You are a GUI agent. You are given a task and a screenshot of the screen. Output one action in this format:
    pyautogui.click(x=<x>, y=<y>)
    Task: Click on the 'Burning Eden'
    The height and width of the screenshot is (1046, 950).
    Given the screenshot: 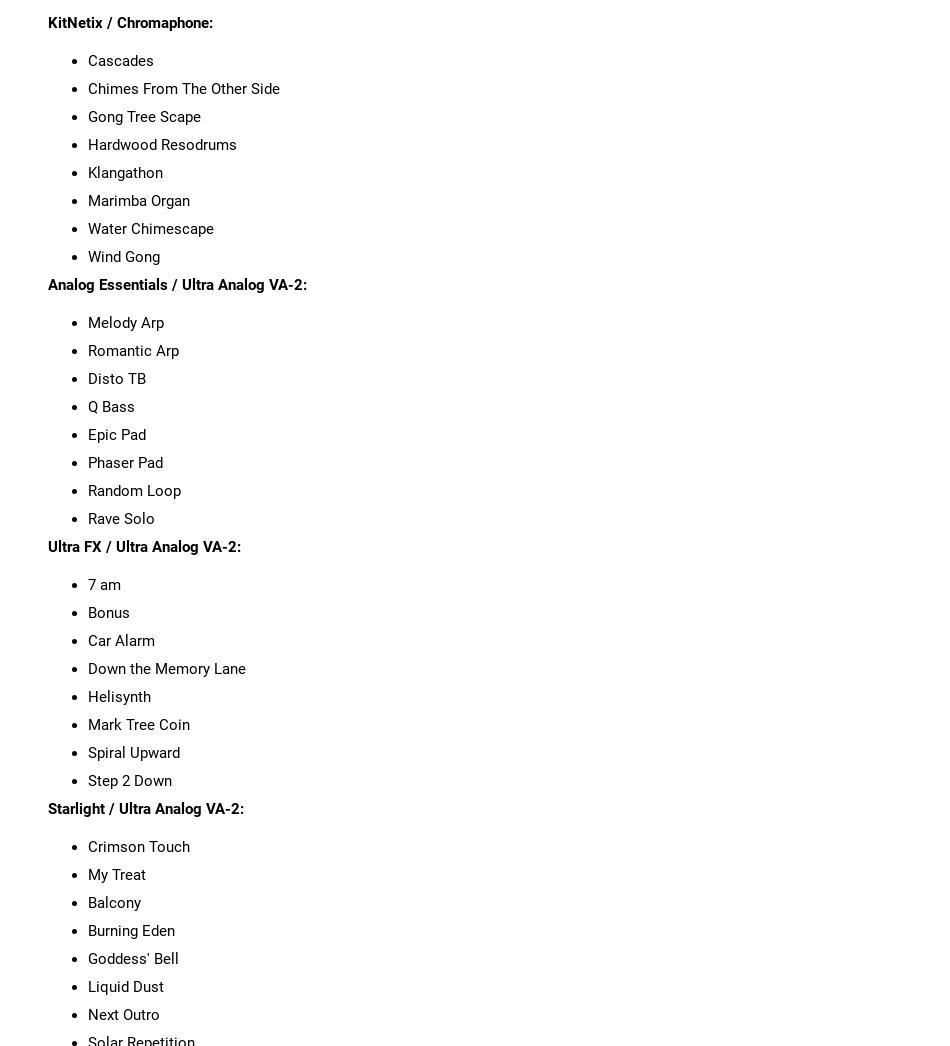 What is the action you would take?
    pyautogui.click(x=130, y=929)
    